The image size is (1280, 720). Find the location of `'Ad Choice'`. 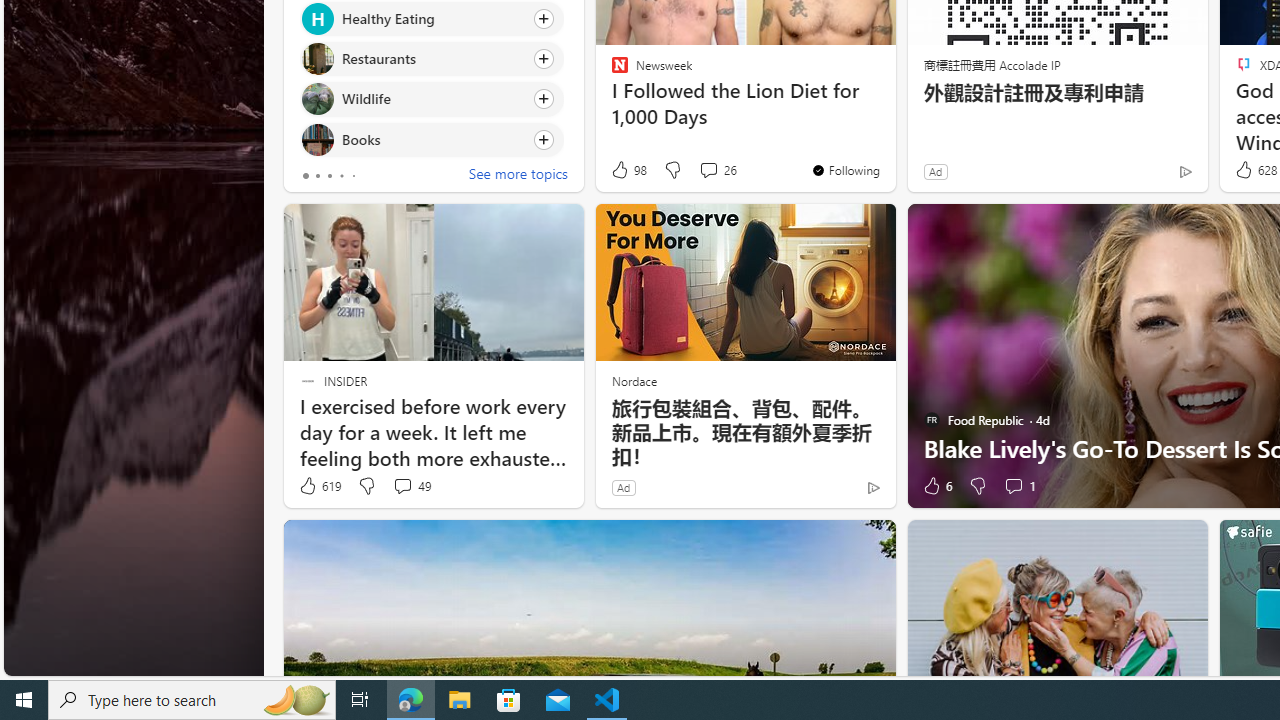

'Ad Choice' is located at coordinates (873, 487).